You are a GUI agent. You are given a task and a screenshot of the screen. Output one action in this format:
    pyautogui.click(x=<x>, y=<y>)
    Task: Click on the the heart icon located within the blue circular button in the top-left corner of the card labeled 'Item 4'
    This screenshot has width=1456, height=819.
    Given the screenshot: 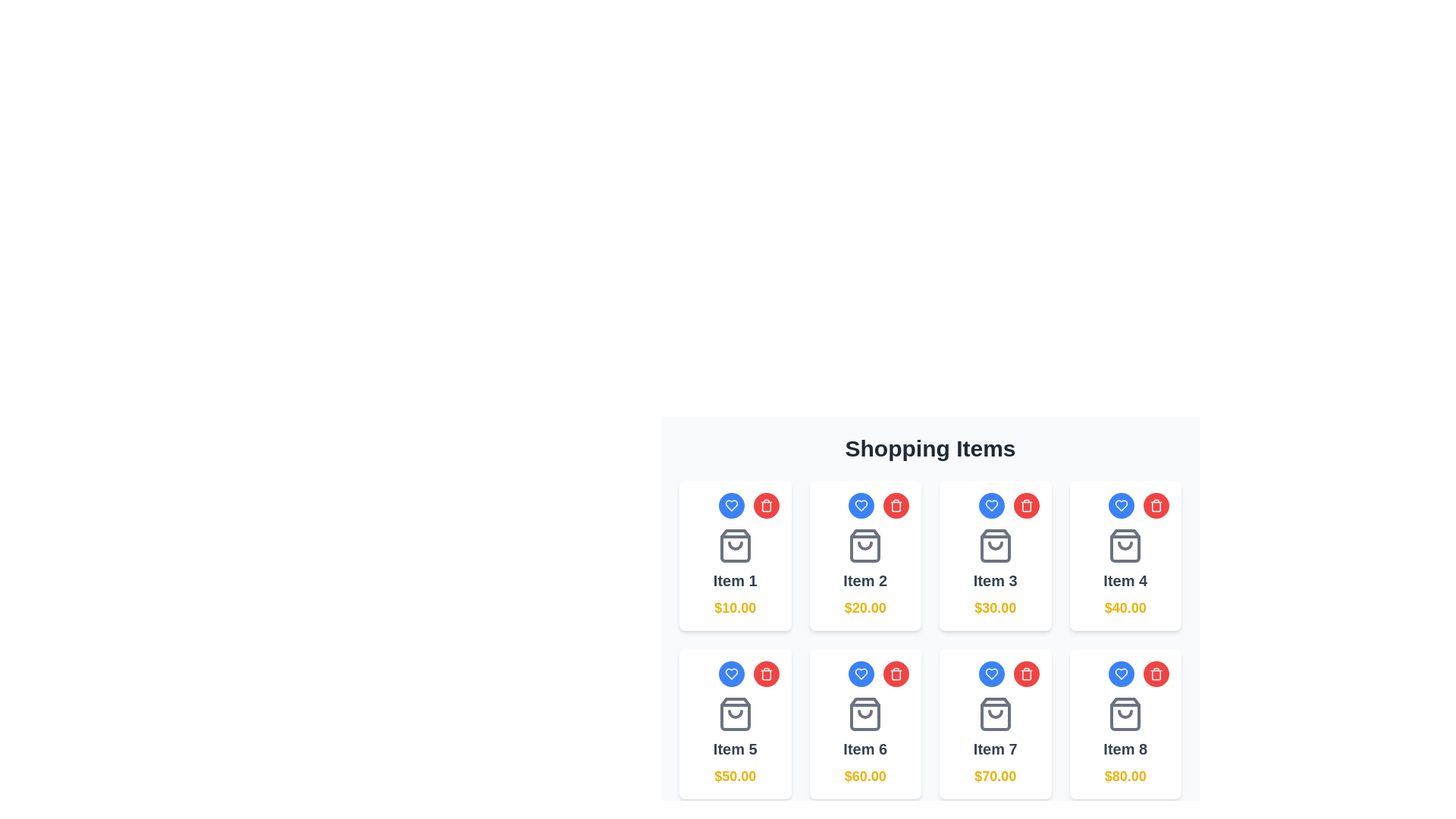 What is the action you would take?
    pyautogui.click(x=1121, y=506)
    